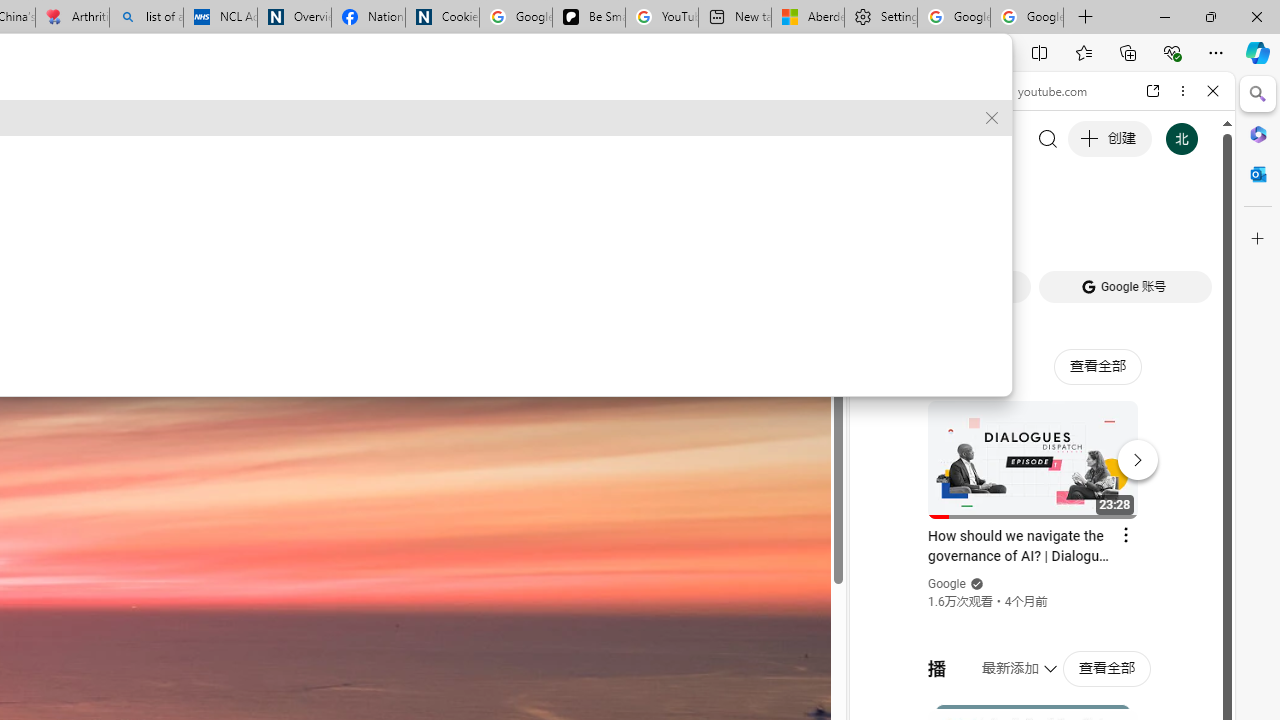 Image resolution: width=1280 pixels, height=720 pixels. What do you see at coordinates (441, 17) in the screenshot?
I see `'Cookies'` at bounding box center [441, 17].